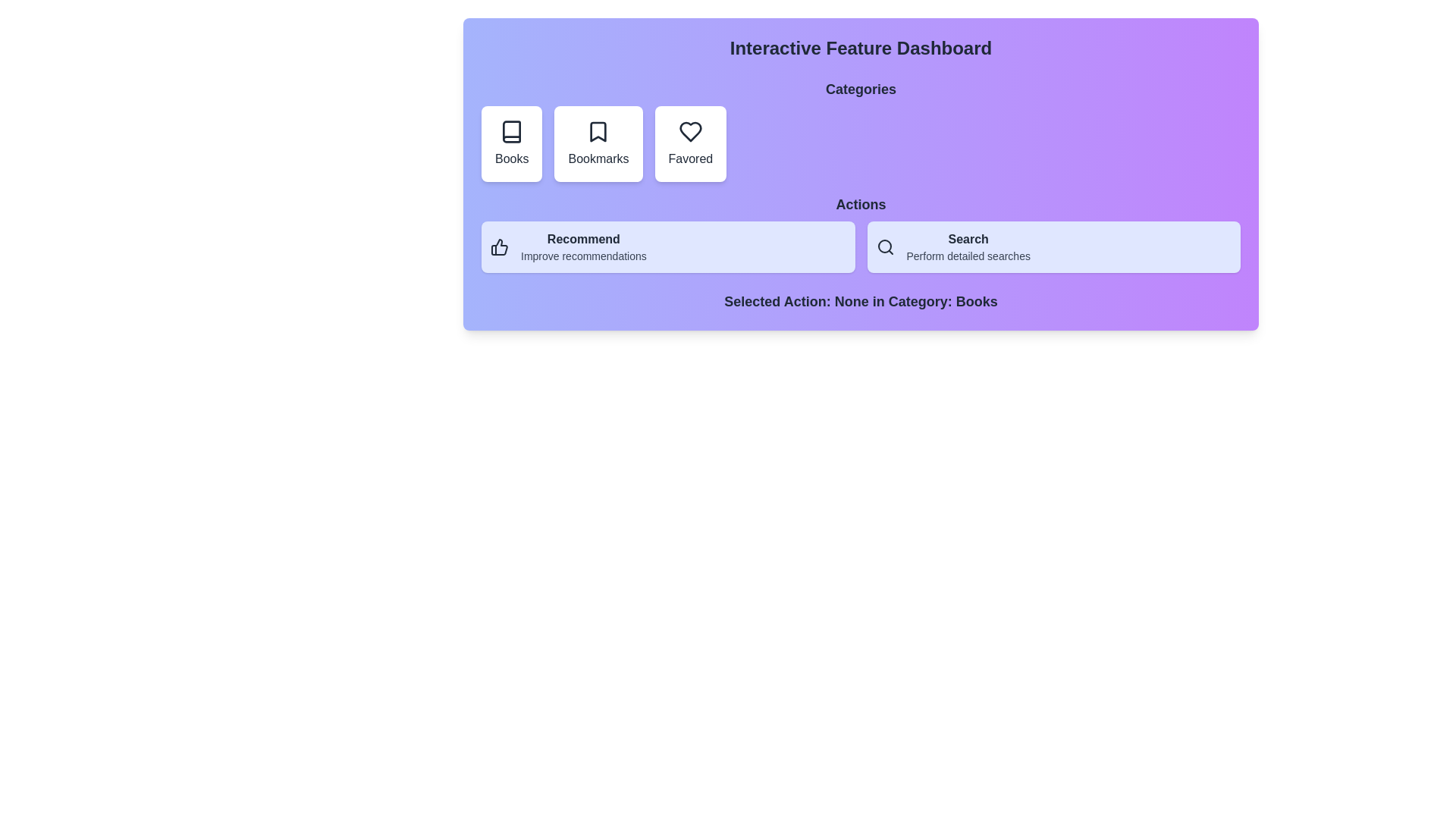  What do you see at coordinates (689, 130) in the screenshot?
I see `the heart-shaped icon with a hollow center, part of the 'Favored' card in the 'Categories' section` at bounding box center [689, 130].